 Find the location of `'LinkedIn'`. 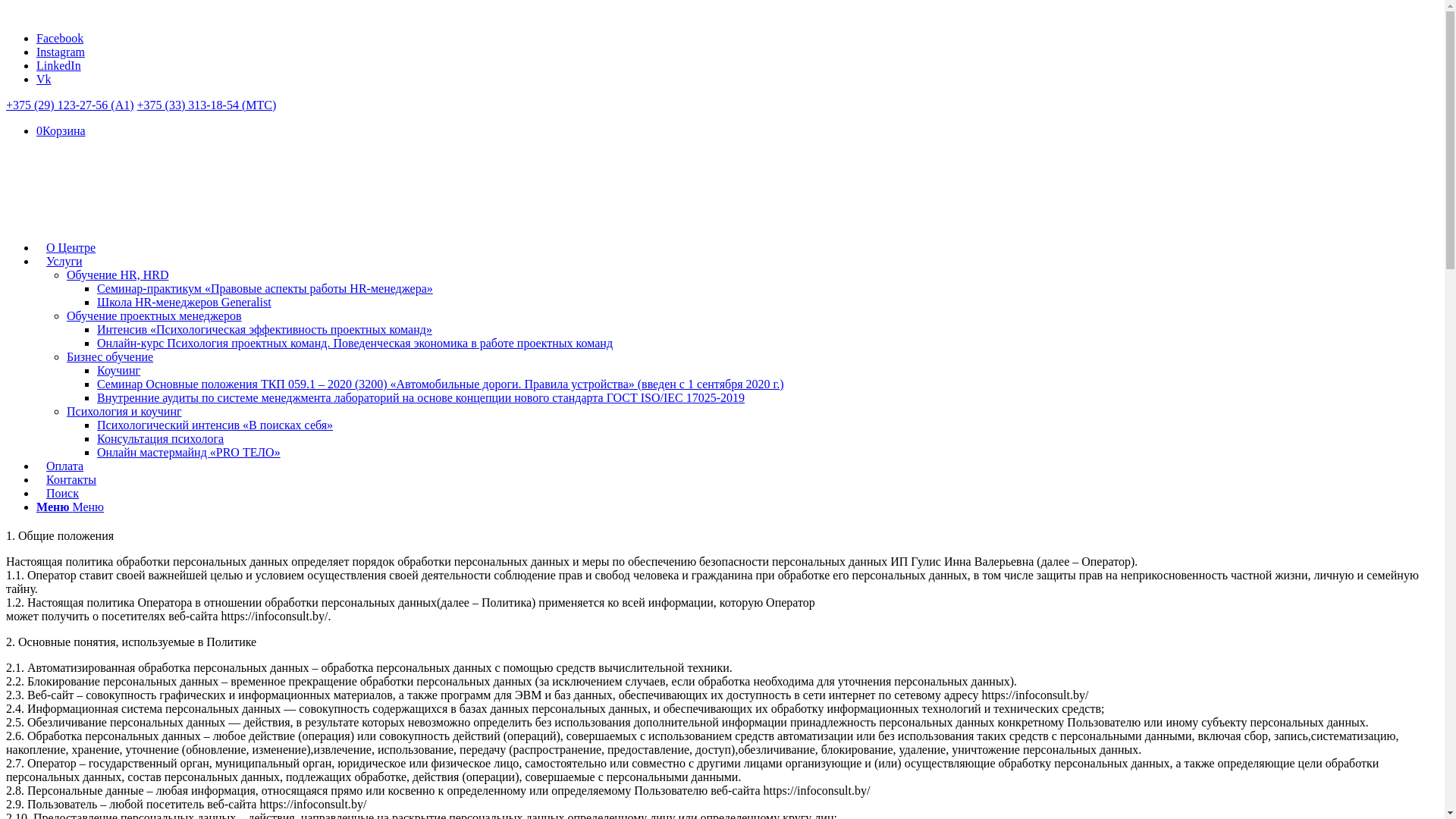

'LinkedIn' is located at coordinates (36, 64).